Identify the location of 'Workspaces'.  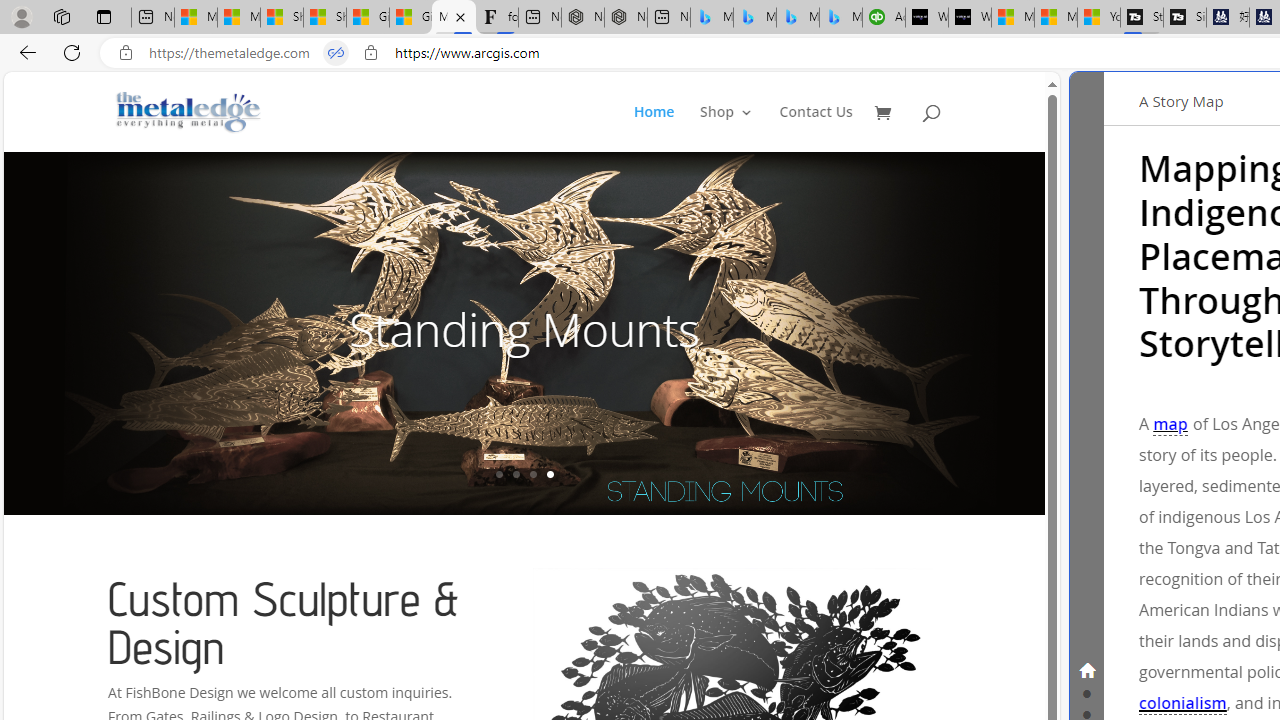
(61, 16).